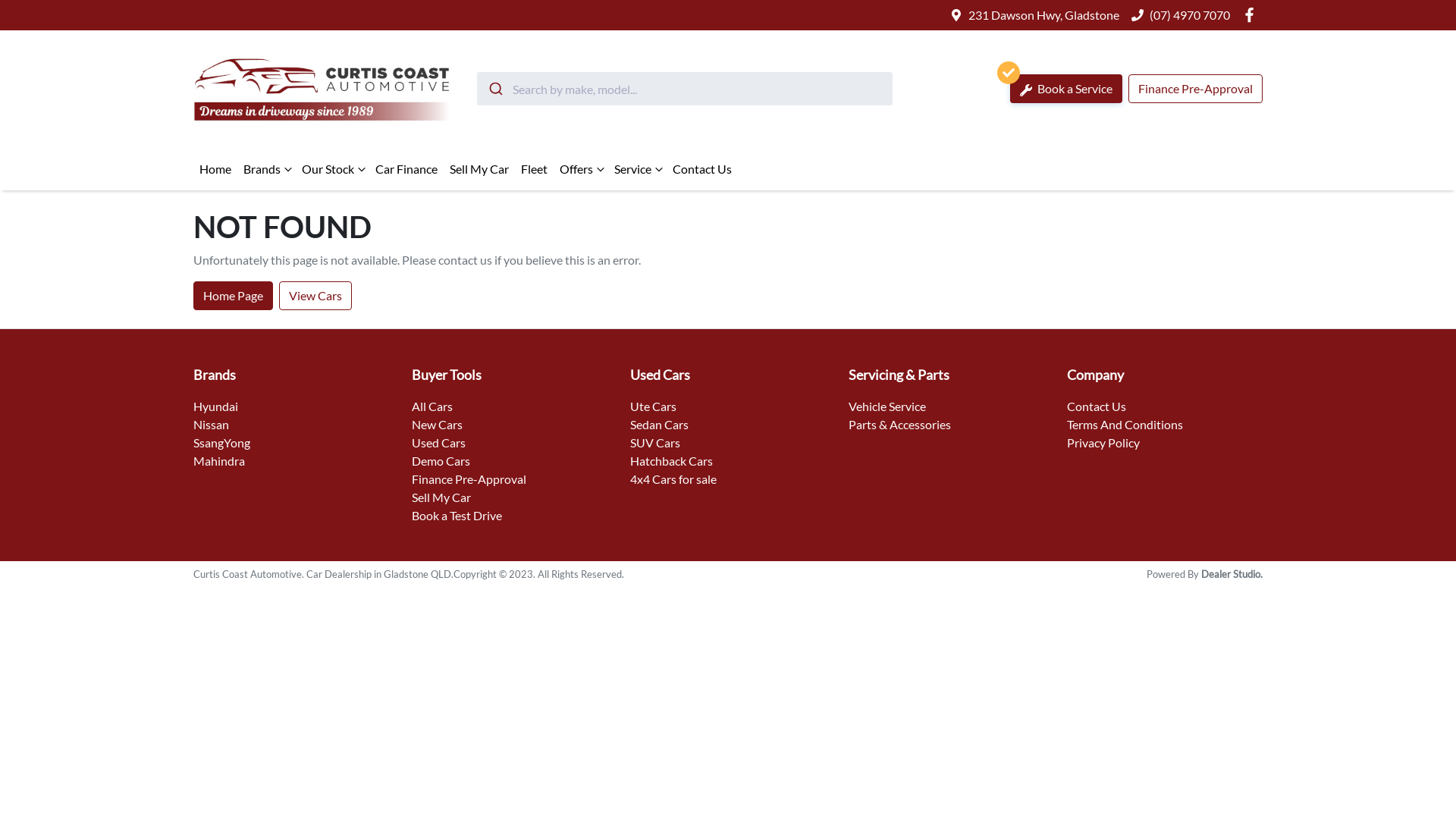 This screenshot has width=1456, height=819. What do you see at coordinates (192, 169) in the screenshot?
I see `'Home'` at bounding box center [192, 169].